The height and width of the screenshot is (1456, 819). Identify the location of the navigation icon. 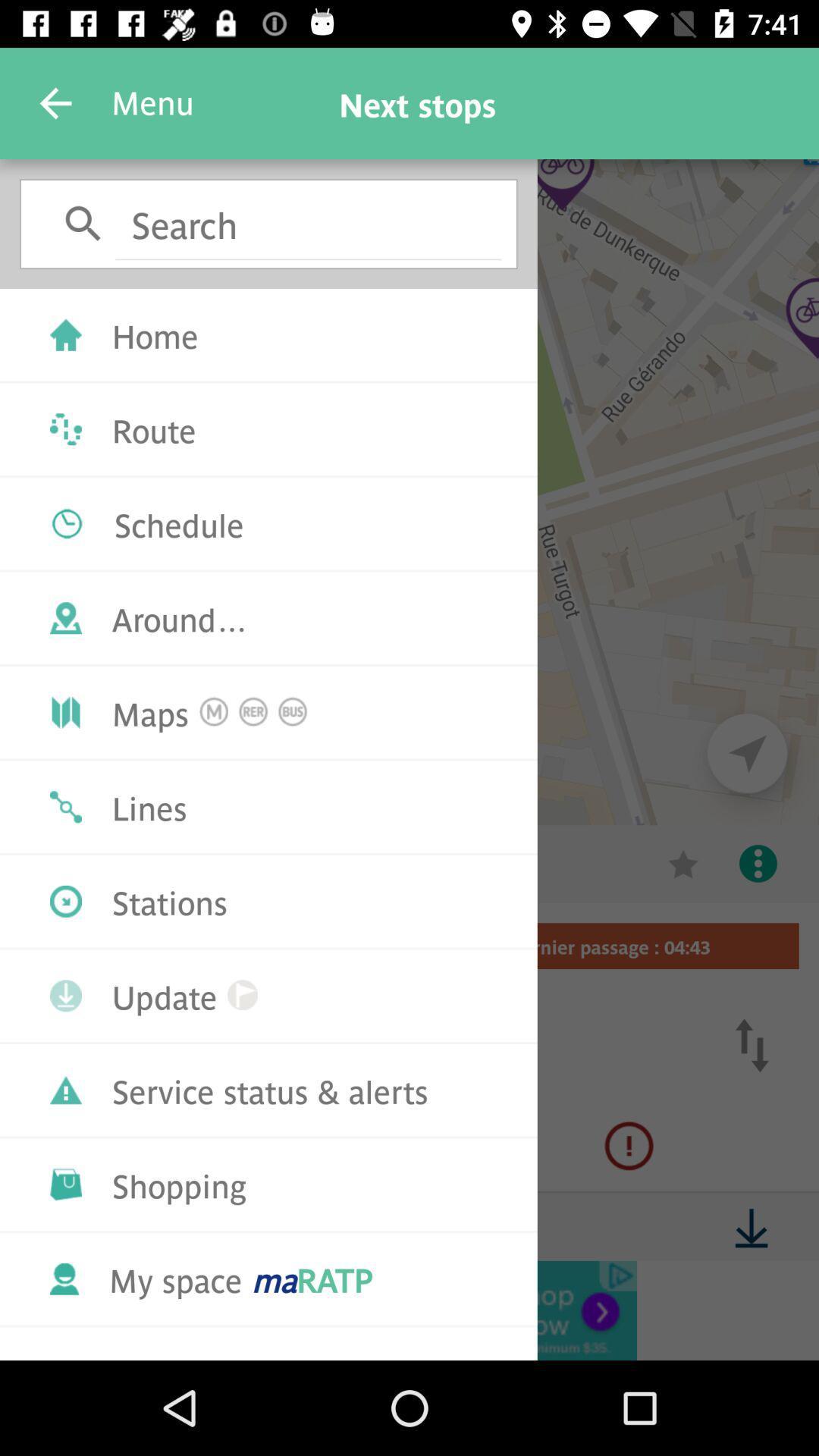
(746, 753).